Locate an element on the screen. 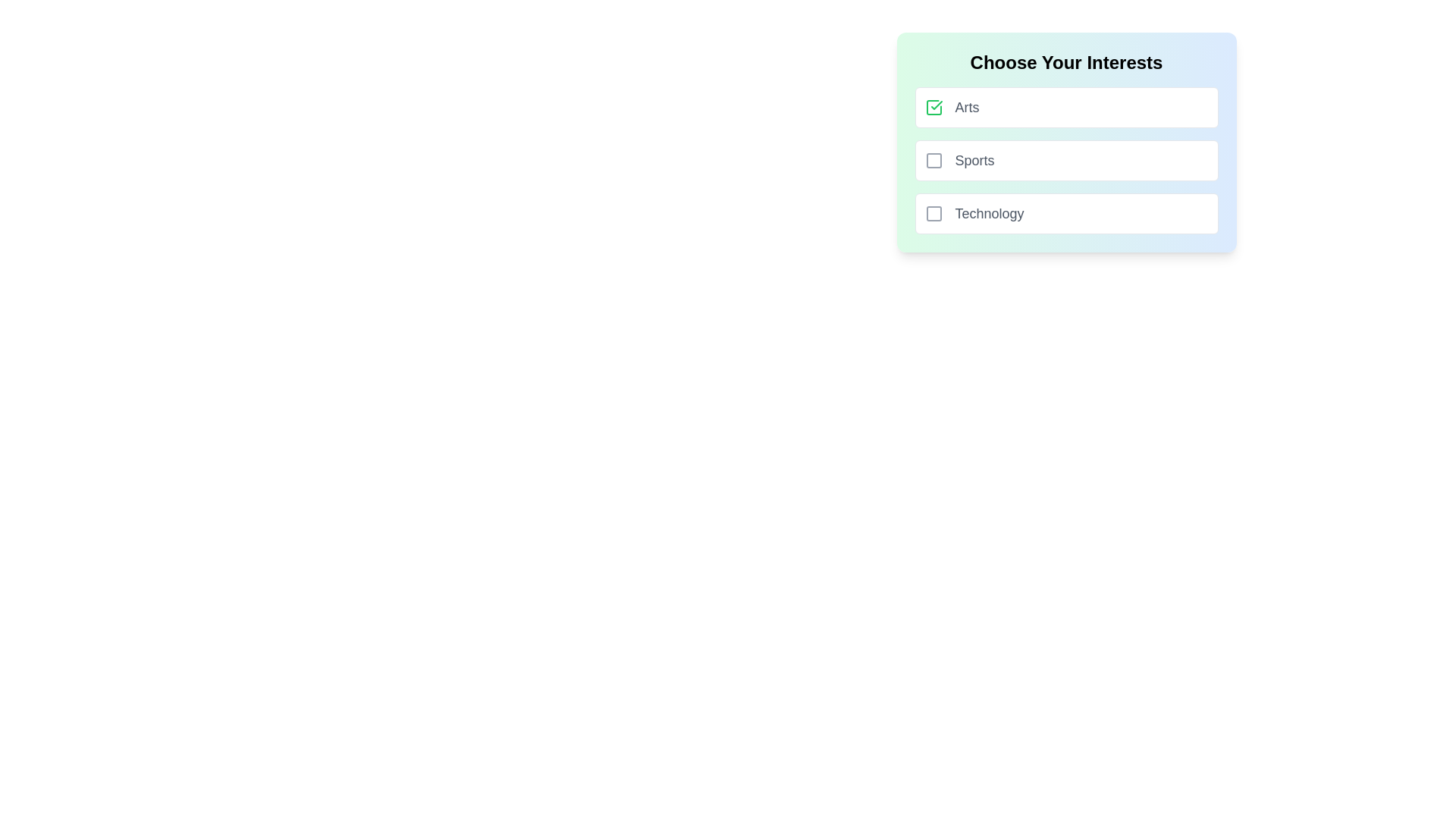 The width and height of the screenshot is (1456, 819). the checkbox corresponding to Technology is located at coordinates (933, 213).